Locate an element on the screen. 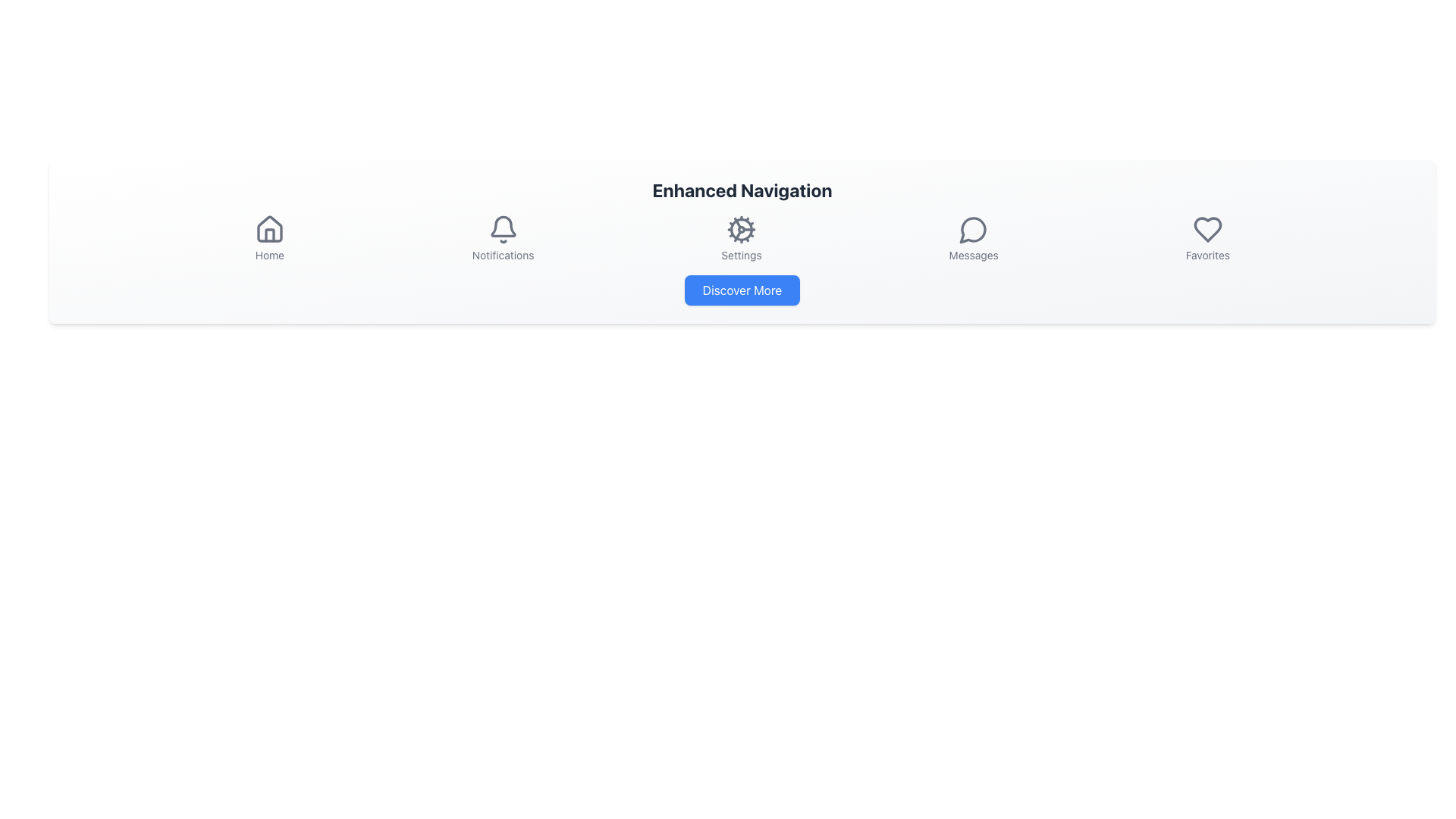  the circular cogwheel icon representing the 'Settings' option located centrally in the interface is located at coordinates (742, 230).